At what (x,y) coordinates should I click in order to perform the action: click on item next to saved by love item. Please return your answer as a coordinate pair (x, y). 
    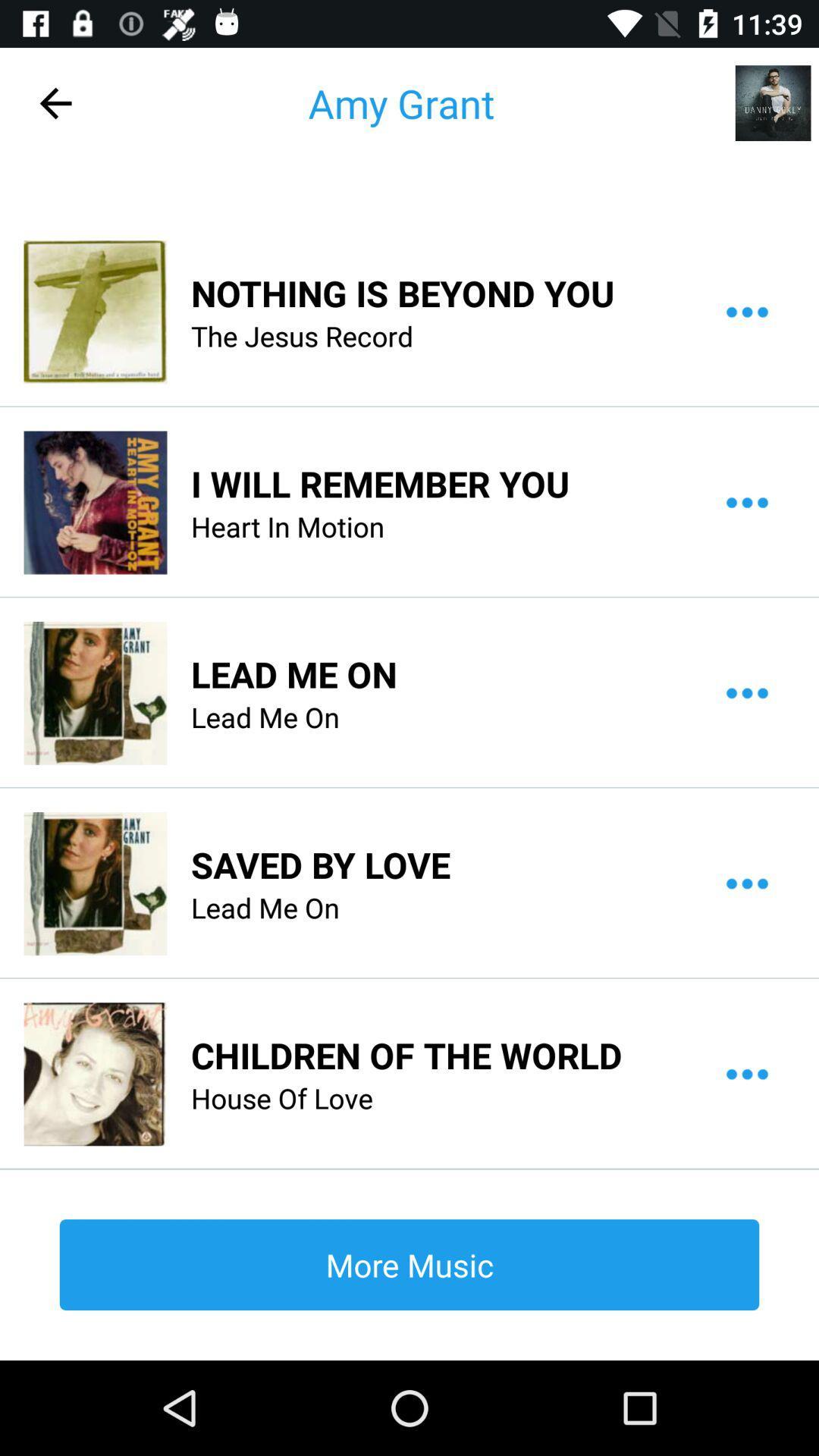
    Looking at the image, I should click on (95, 883).